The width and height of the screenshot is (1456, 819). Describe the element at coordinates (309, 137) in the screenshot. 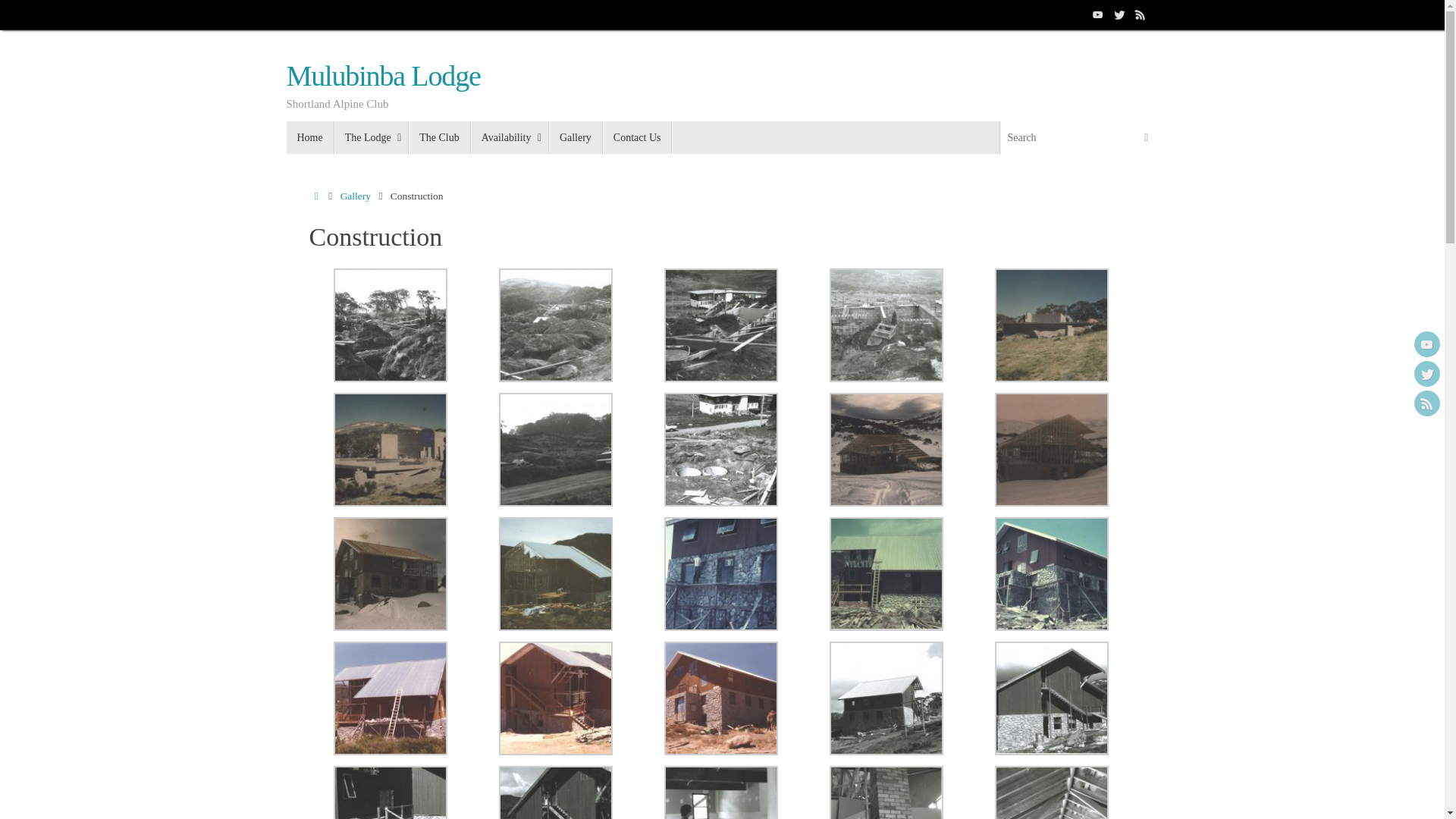

I see `'Home'` at that location.